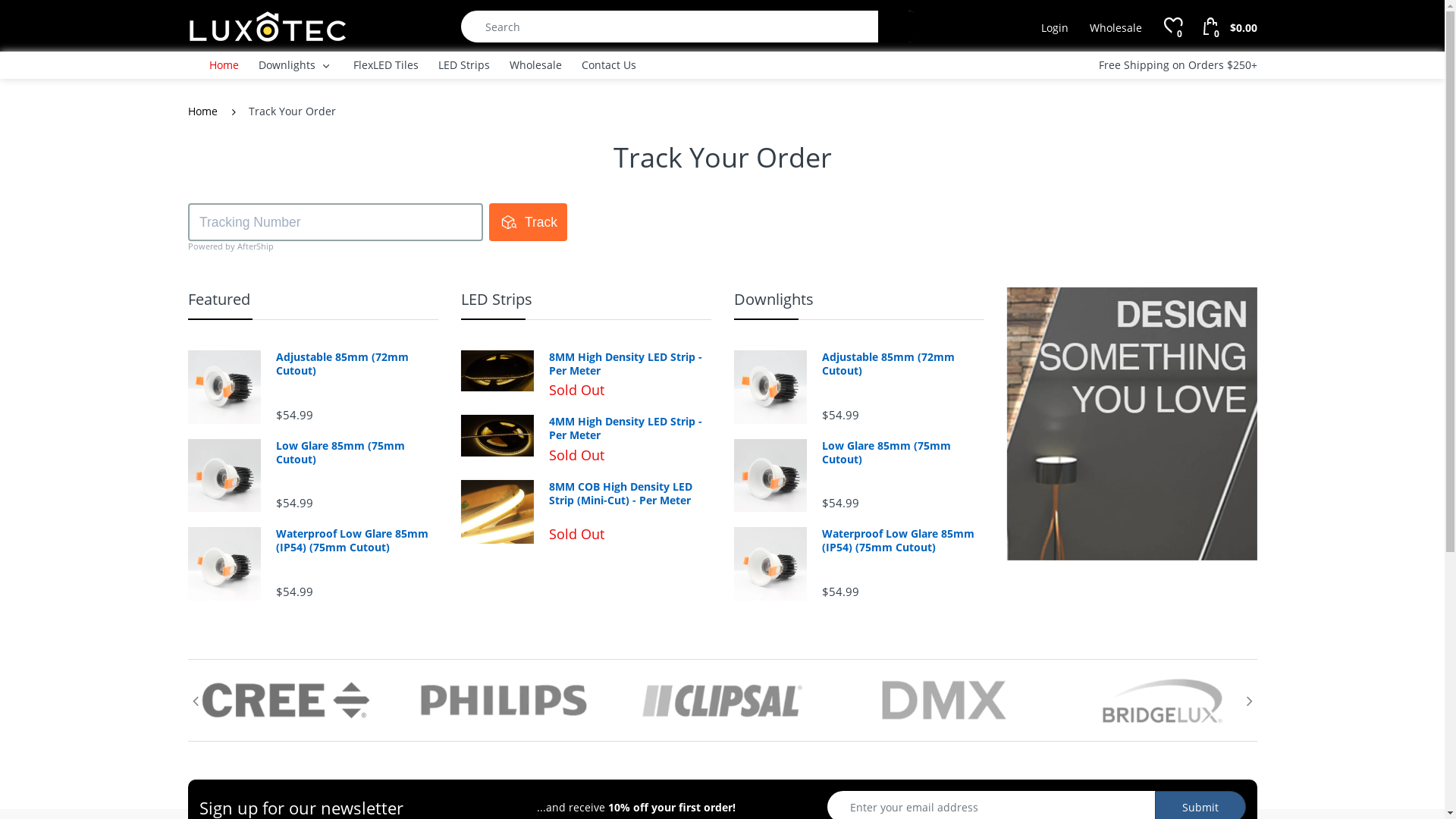 The width and height of the screenshot is (1456, 819). I want to click on 'FlexLED Tiles', so click(385, 64).